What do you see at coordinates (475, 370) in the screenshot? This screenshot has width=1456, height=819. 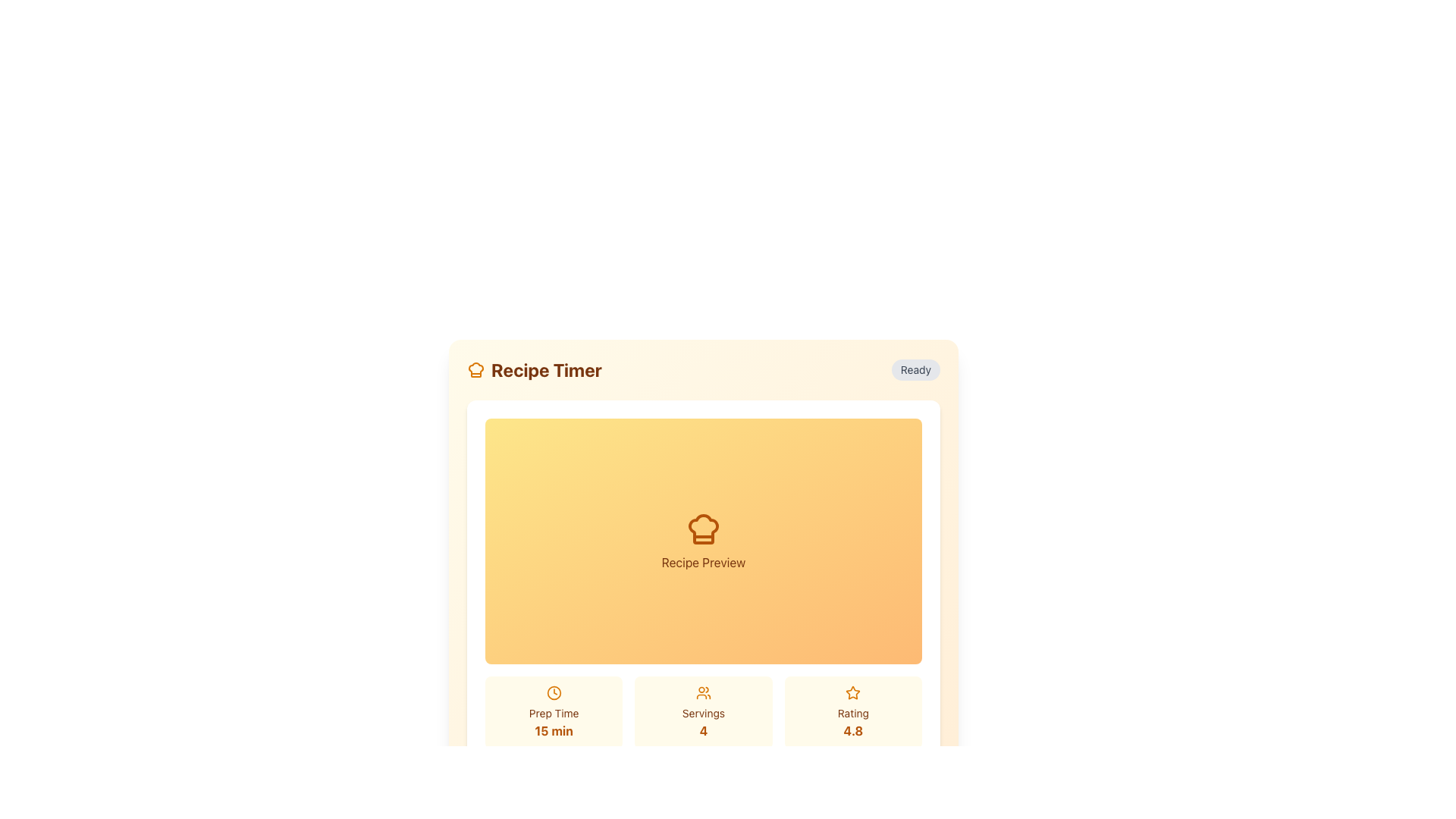 I see `the chef's hat icon located centrally within the recipe-related interface, directly below the 'Recipe Timer' title` at bounding box center [475, 370].